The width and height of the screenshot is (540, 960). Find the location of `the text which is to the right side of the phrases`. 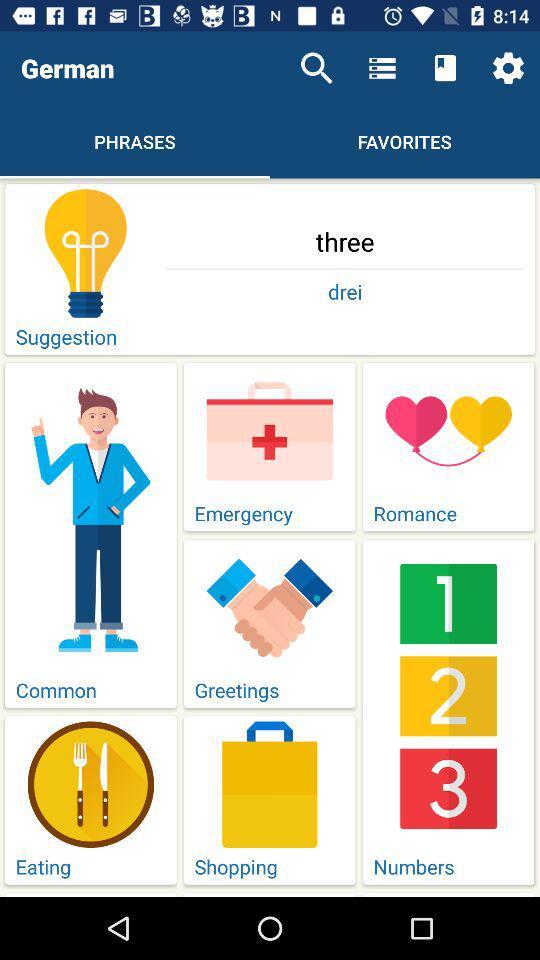

the text which is to the right side of the phrases is located at coordinates (405, 140).